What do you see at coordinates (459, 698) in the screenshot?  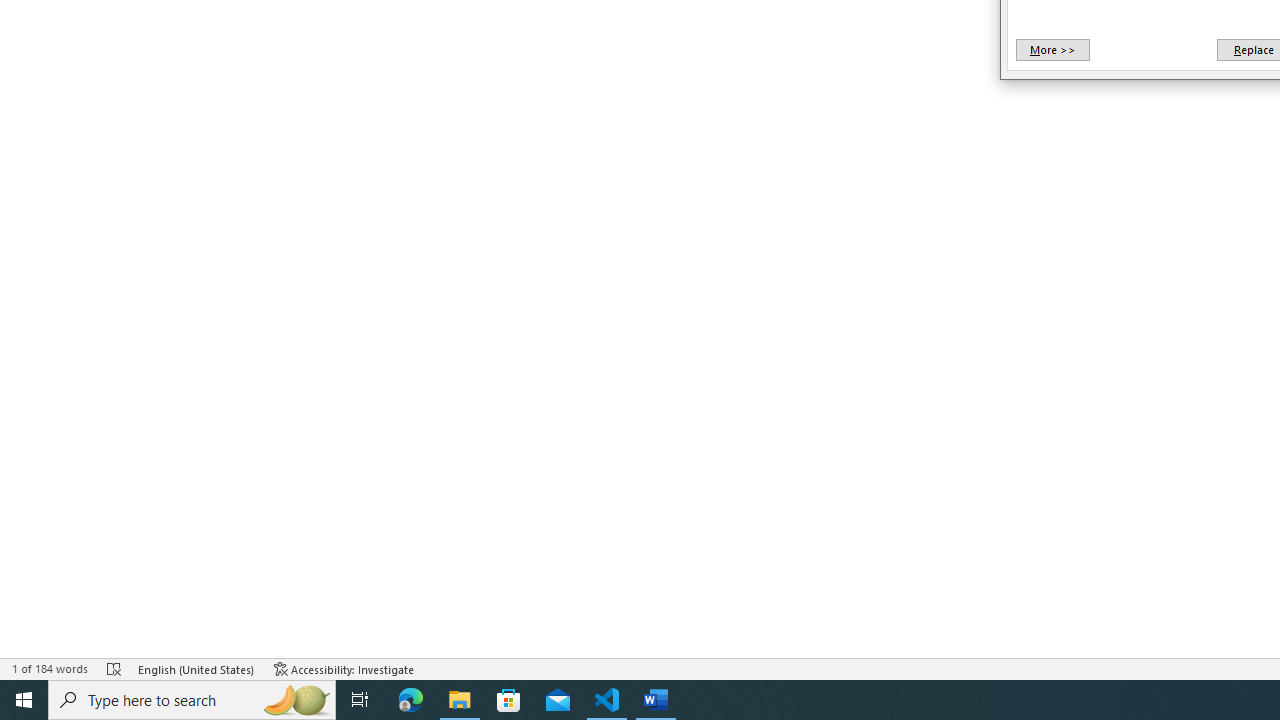 I see `'File Explorer - 1 running window'` at bounding box center [459, 698].